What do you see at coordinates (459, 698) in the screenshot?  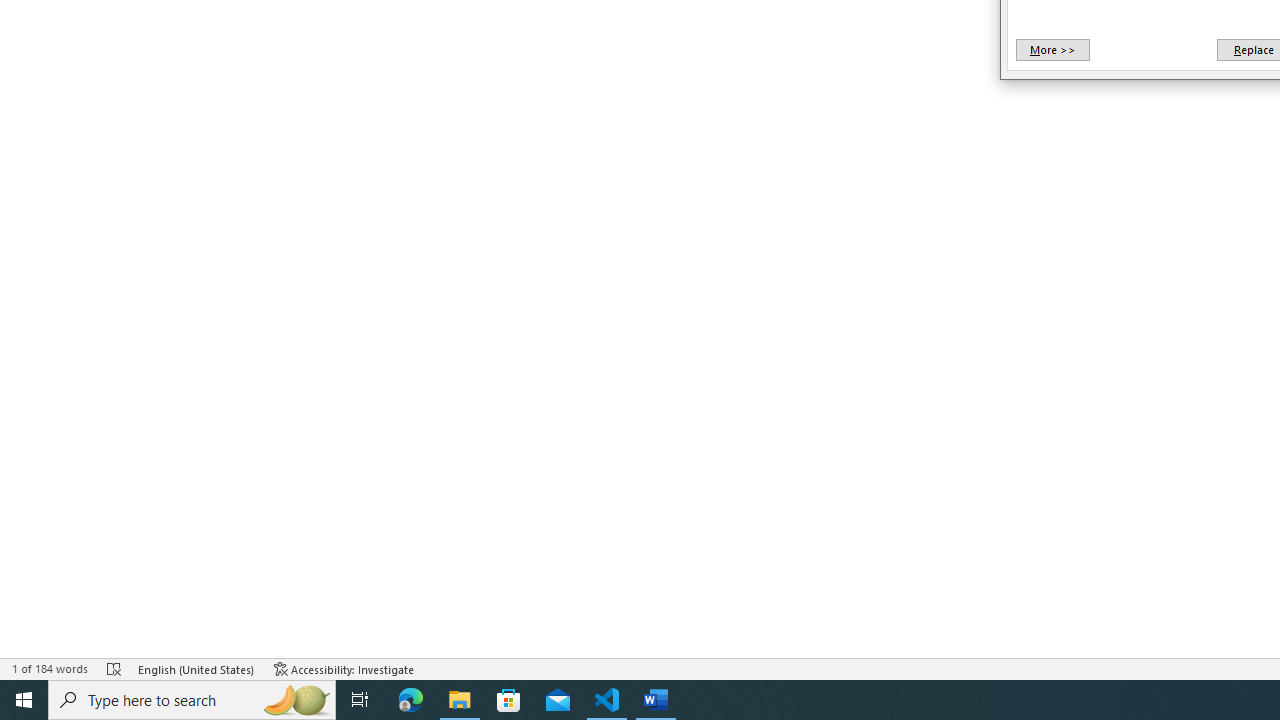 I see `'File Explorer - 1 running window'` at bounding box center [459, 698].